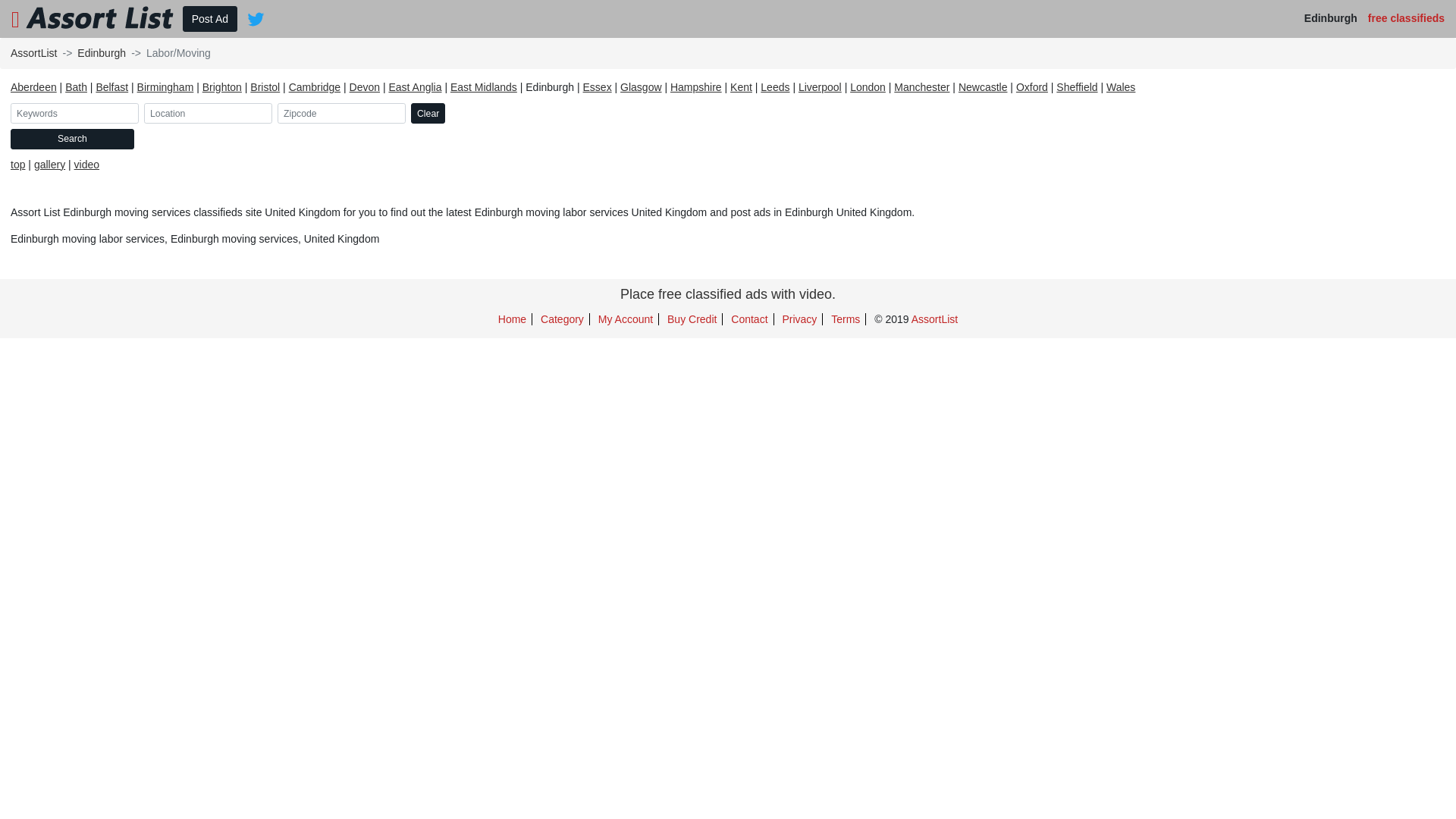 This screenshot has width=1456, height=819. What do you see at coordinates (101, 52) in the screenshot?
I see `'Edinburgh'` at bounding box center [101, 52].